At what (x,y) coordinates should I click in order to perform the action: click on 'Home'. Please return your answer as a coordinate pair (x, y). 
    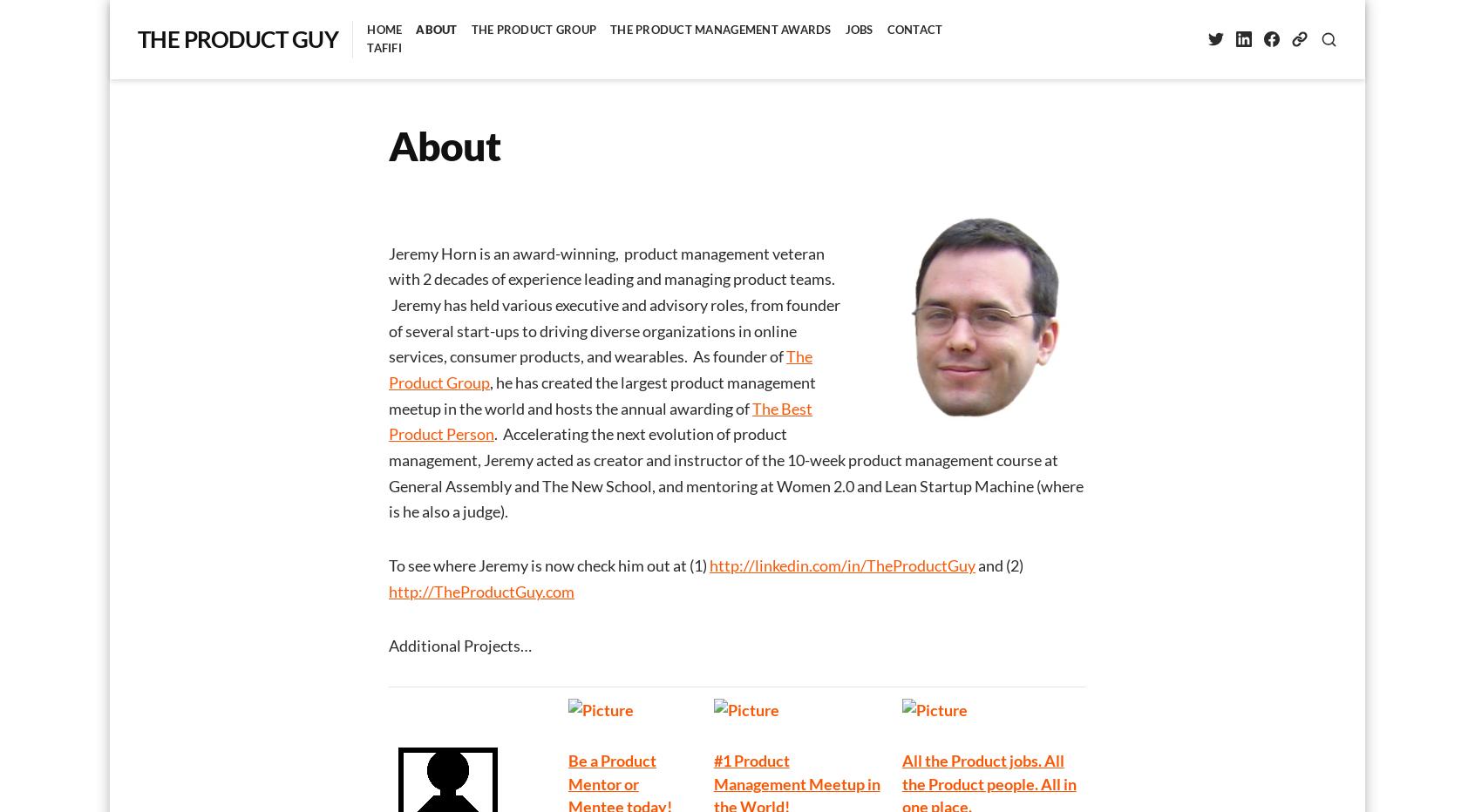
    Looking at the image, I should click on (383, 29).